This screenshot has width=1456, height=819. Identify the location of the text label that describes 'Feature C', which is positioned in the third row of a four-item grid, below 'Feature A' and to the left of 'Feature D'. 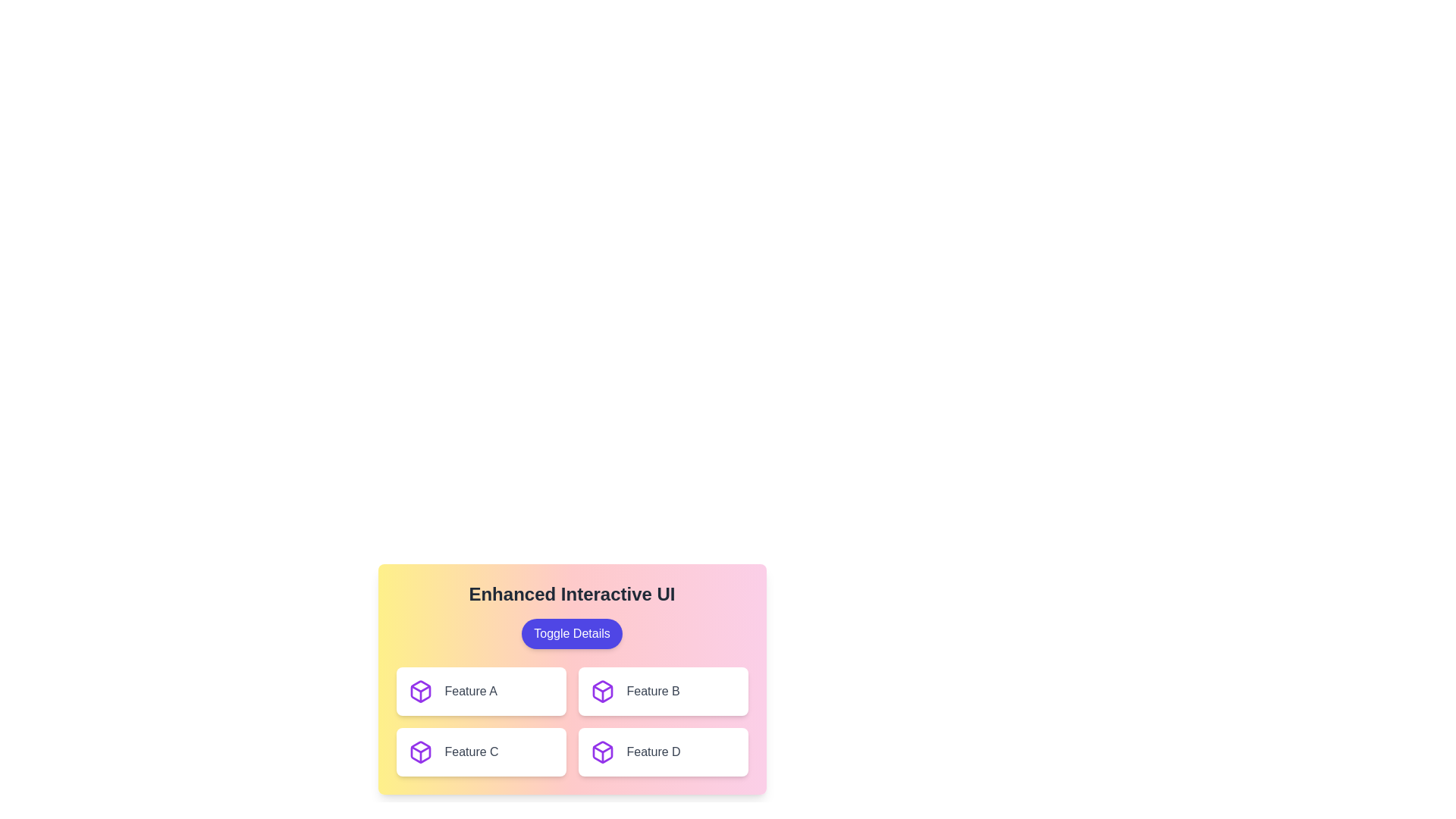
(471, 752).